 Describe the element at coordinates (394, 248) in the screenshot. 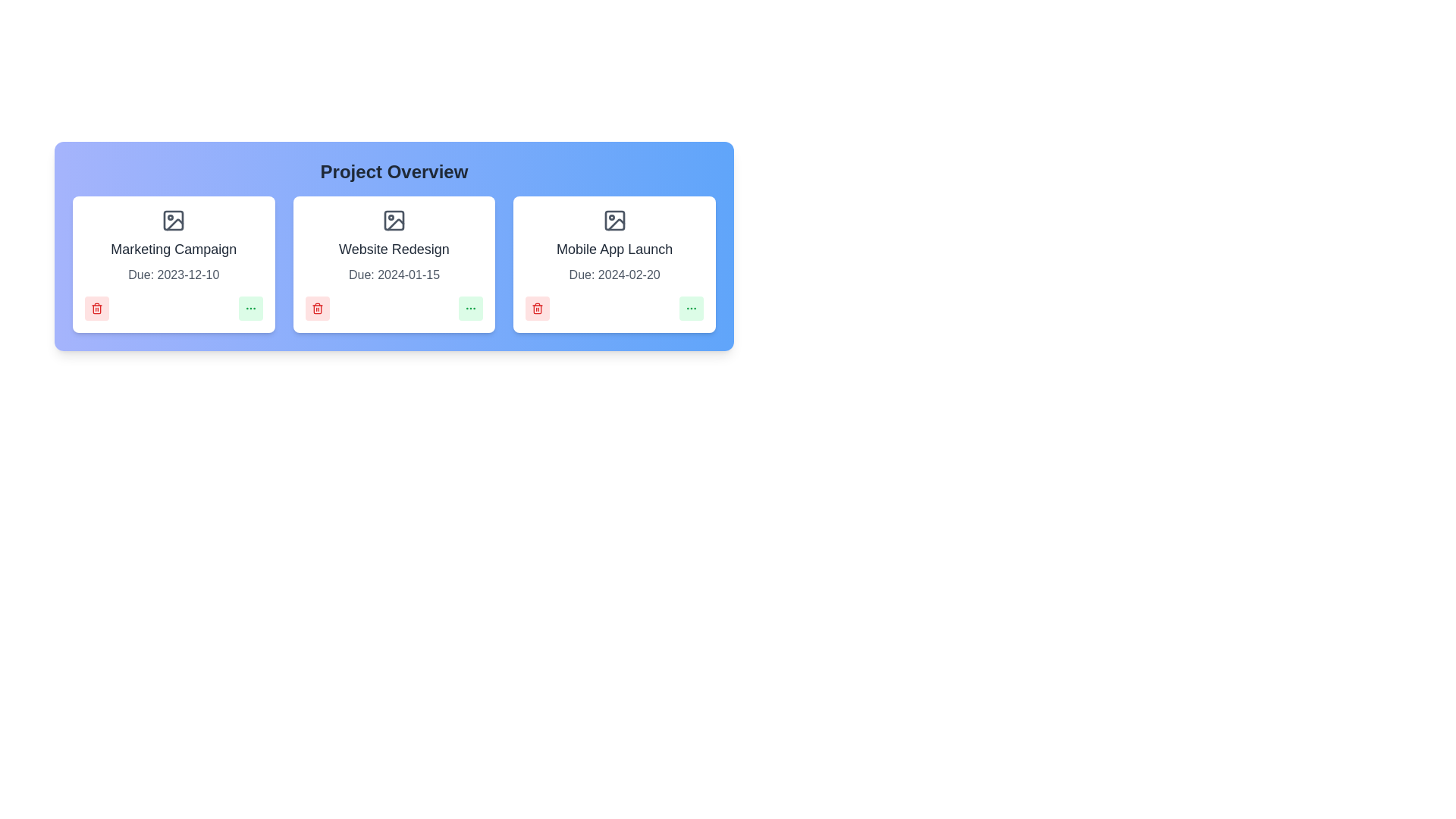

I see `the project name Website Redesign by clicking on it` at that location.